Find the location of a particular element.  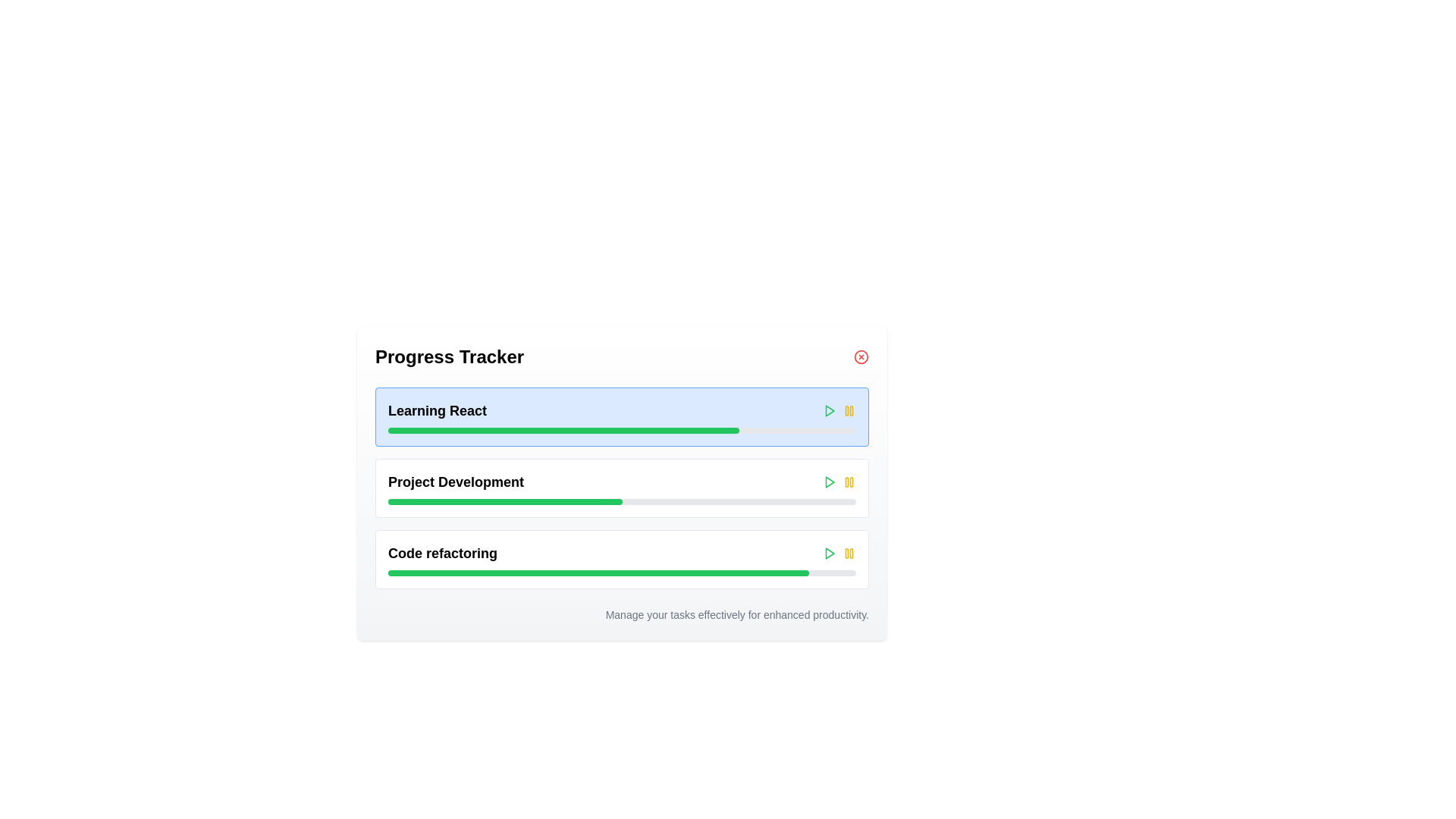

the yellow pause button icon with two vertical bars located is located at coordinates (848, 411).